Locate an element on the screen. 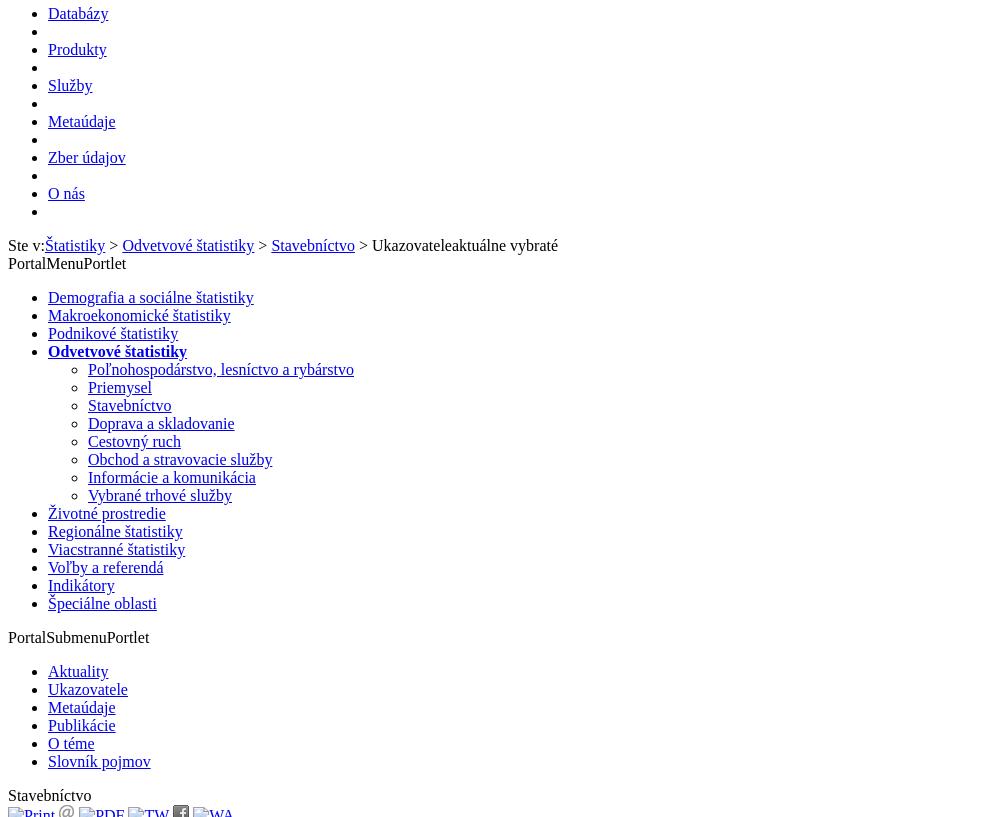  'Informácie a komunikácia' is located at coordinates (171, 477).